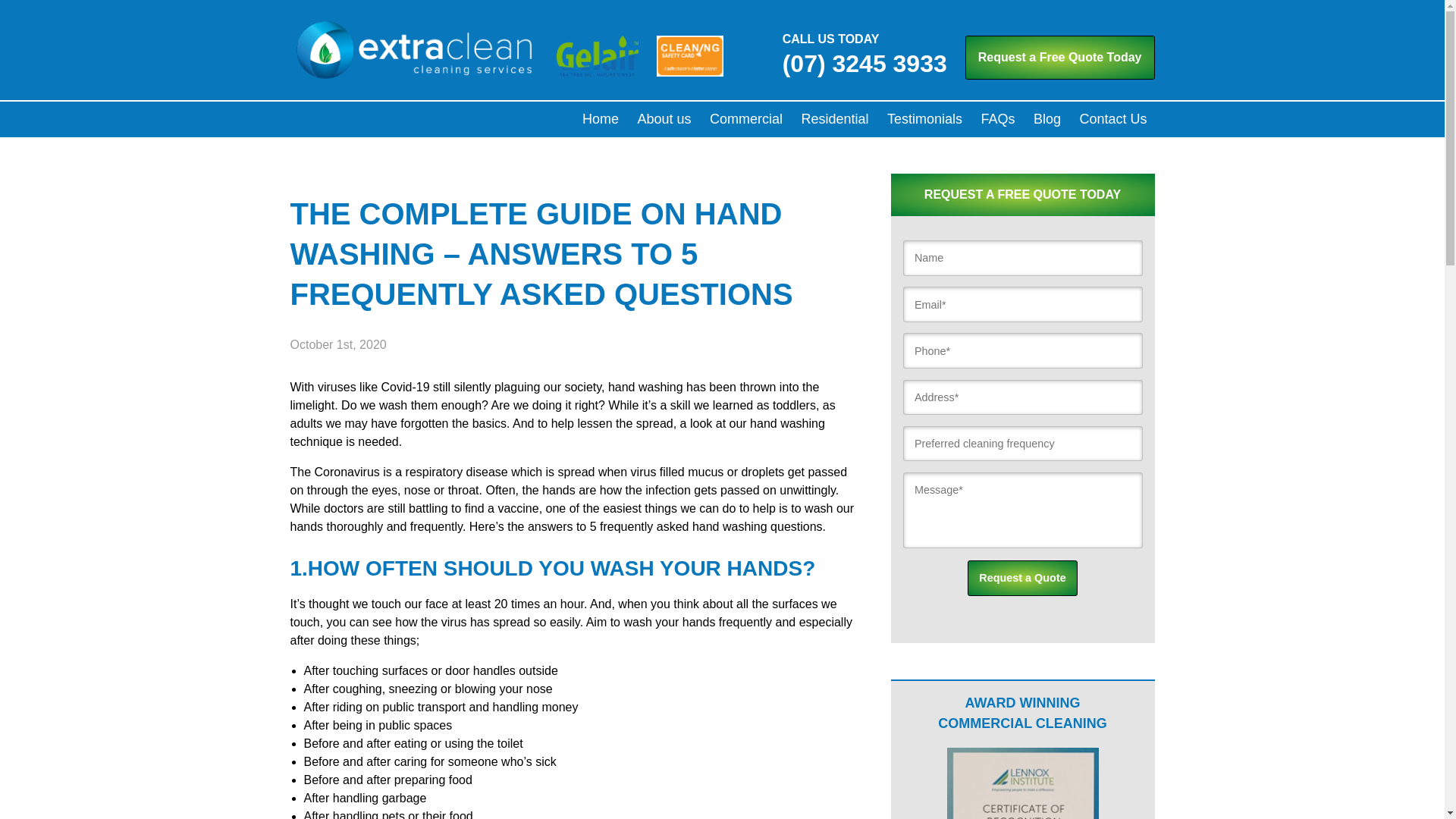  I want to click on 'Contact Us', so click(1070, 118).